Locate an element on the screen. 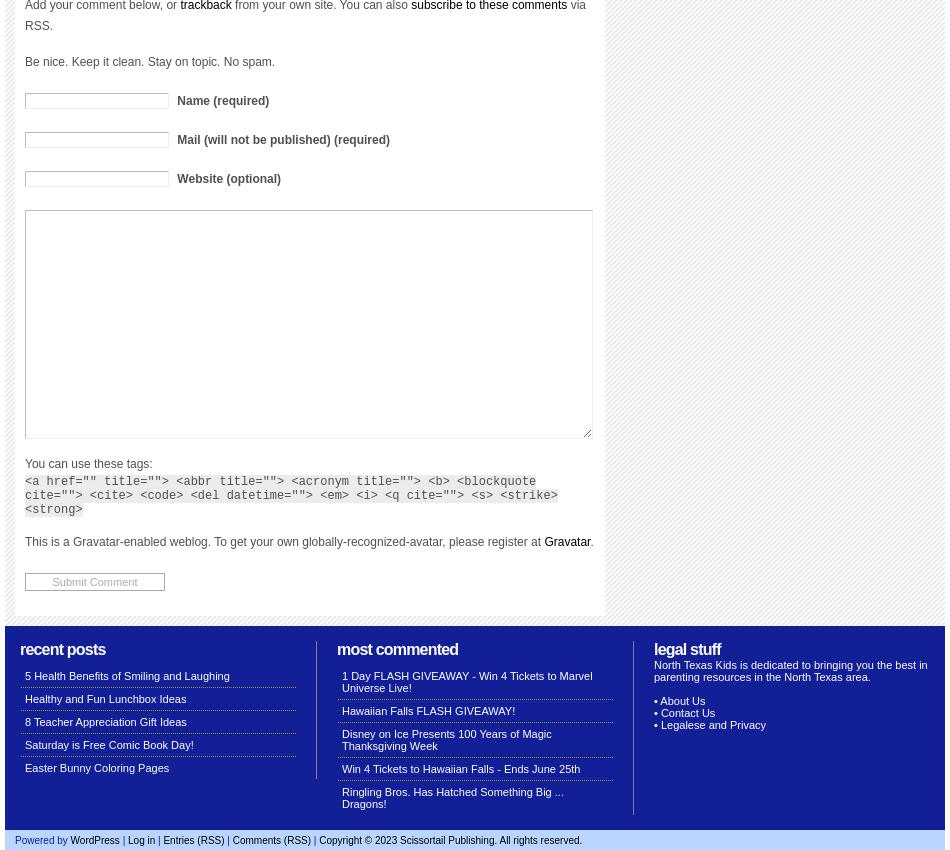 Image resolution: width=950 pixels, height=850 pixels. 'Hawaiian Falls FLASH GIVEAWAY!' is located at coordinates (427, 710).